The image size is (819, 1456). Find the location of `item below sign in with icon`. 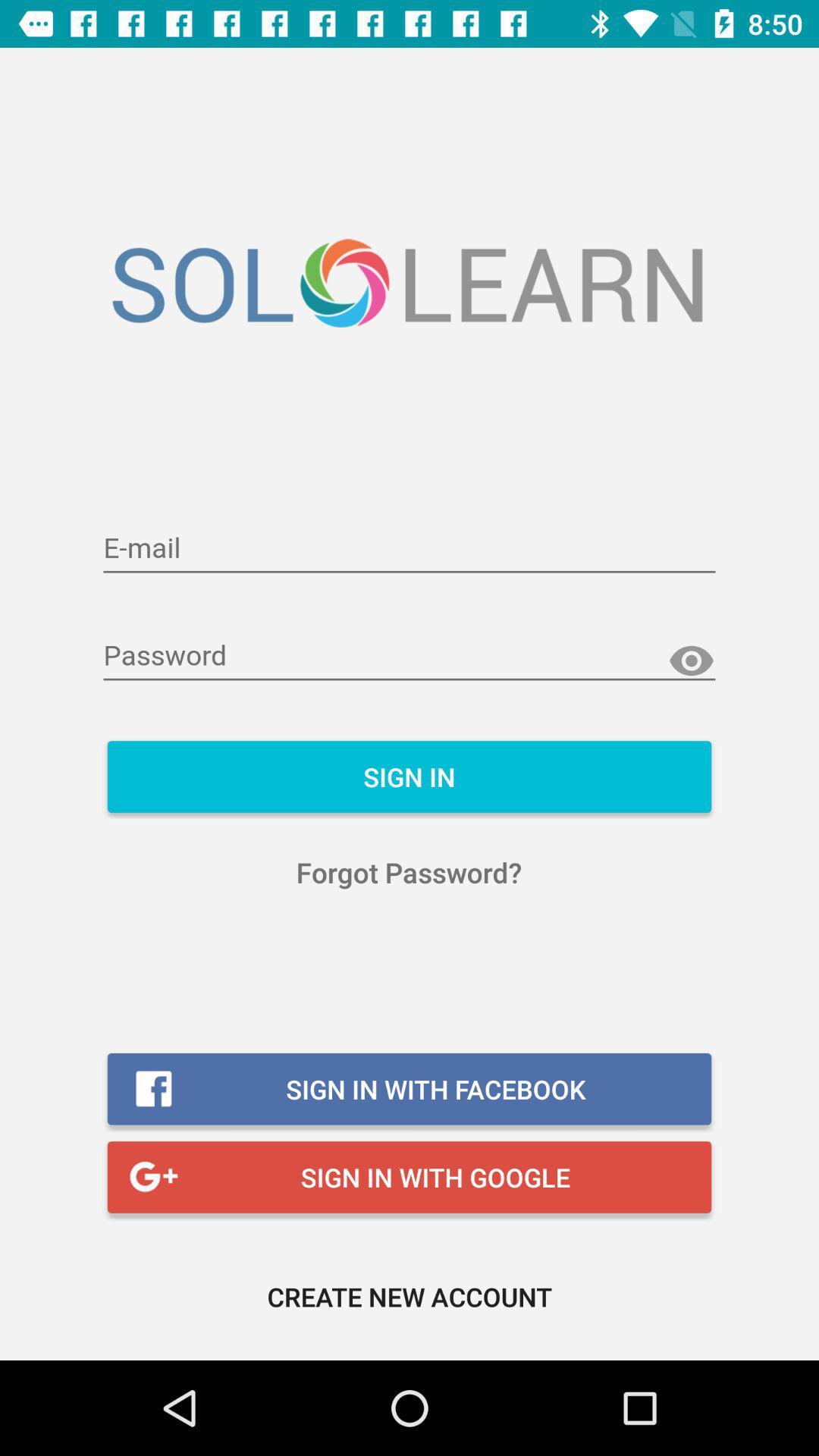

item below sign in with icon is located at coordinates (409, 1295).